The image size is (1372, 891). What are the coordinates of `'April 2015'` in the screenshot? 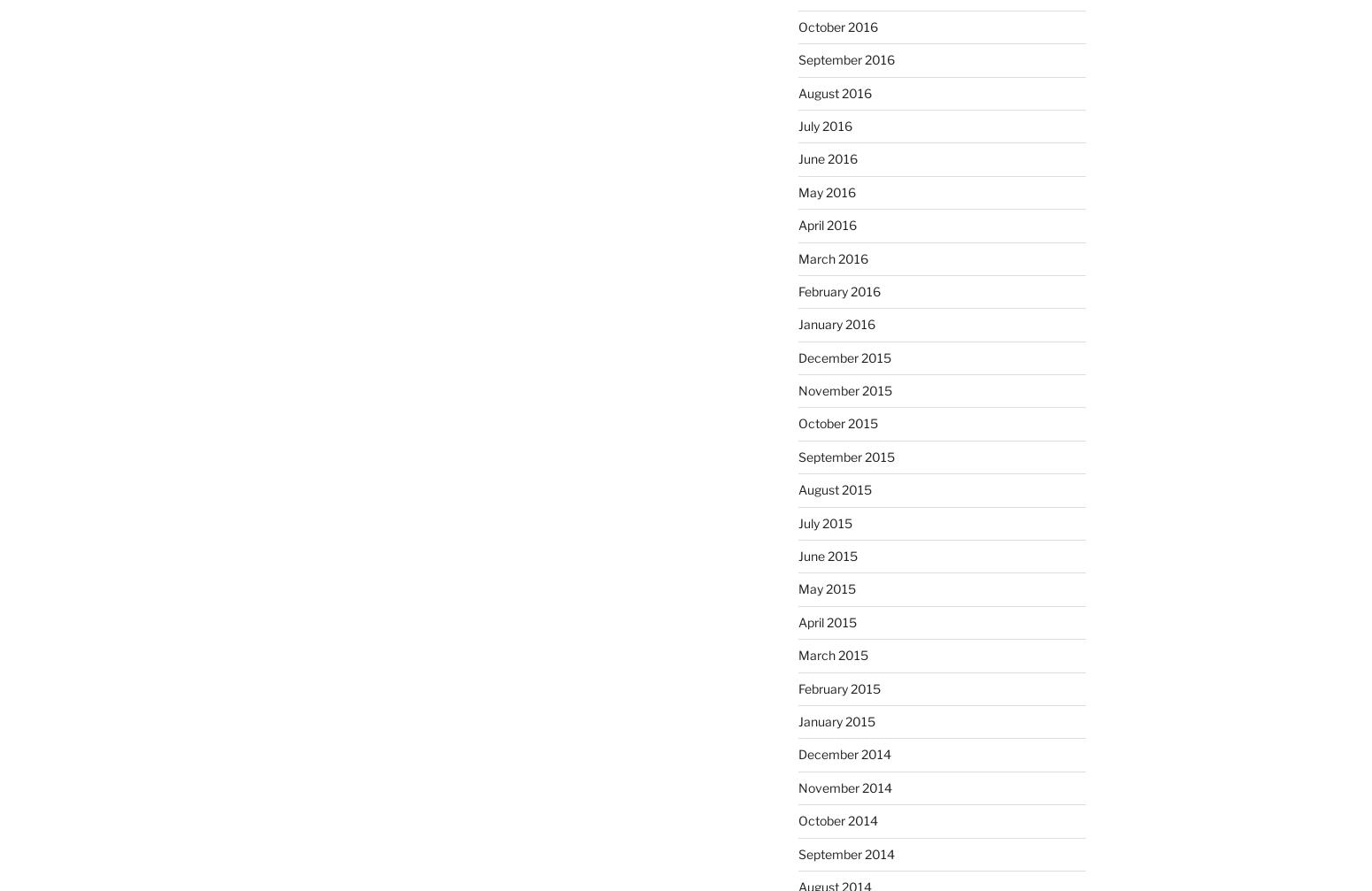 It's located at (826, 620).